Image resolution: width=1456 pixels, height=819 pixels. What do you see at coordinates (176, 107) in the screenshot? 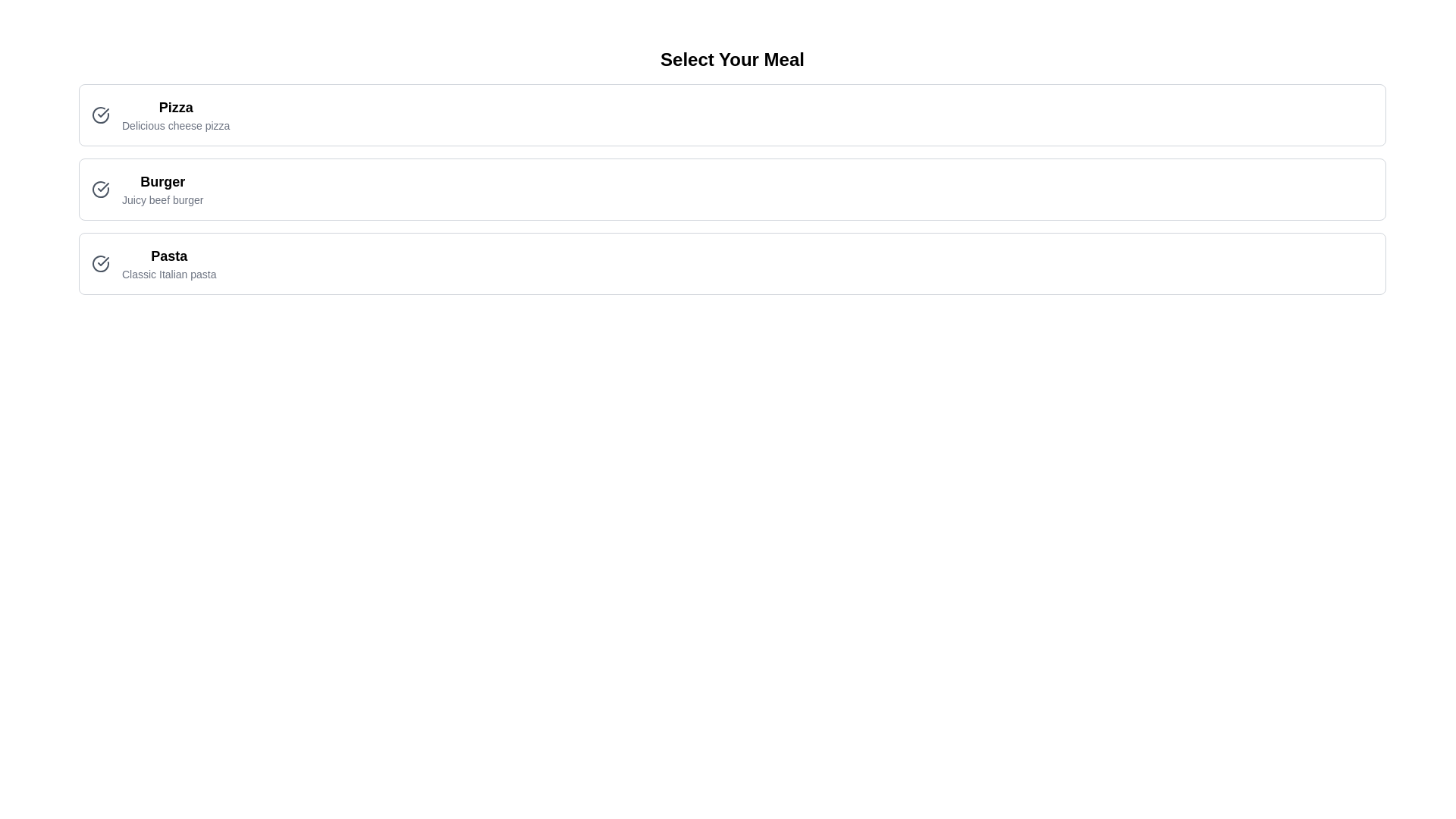
I see `the text label displaying 'Pizza', which is prominently styled as a title in a menu interface` at bounding box center [176, 107].